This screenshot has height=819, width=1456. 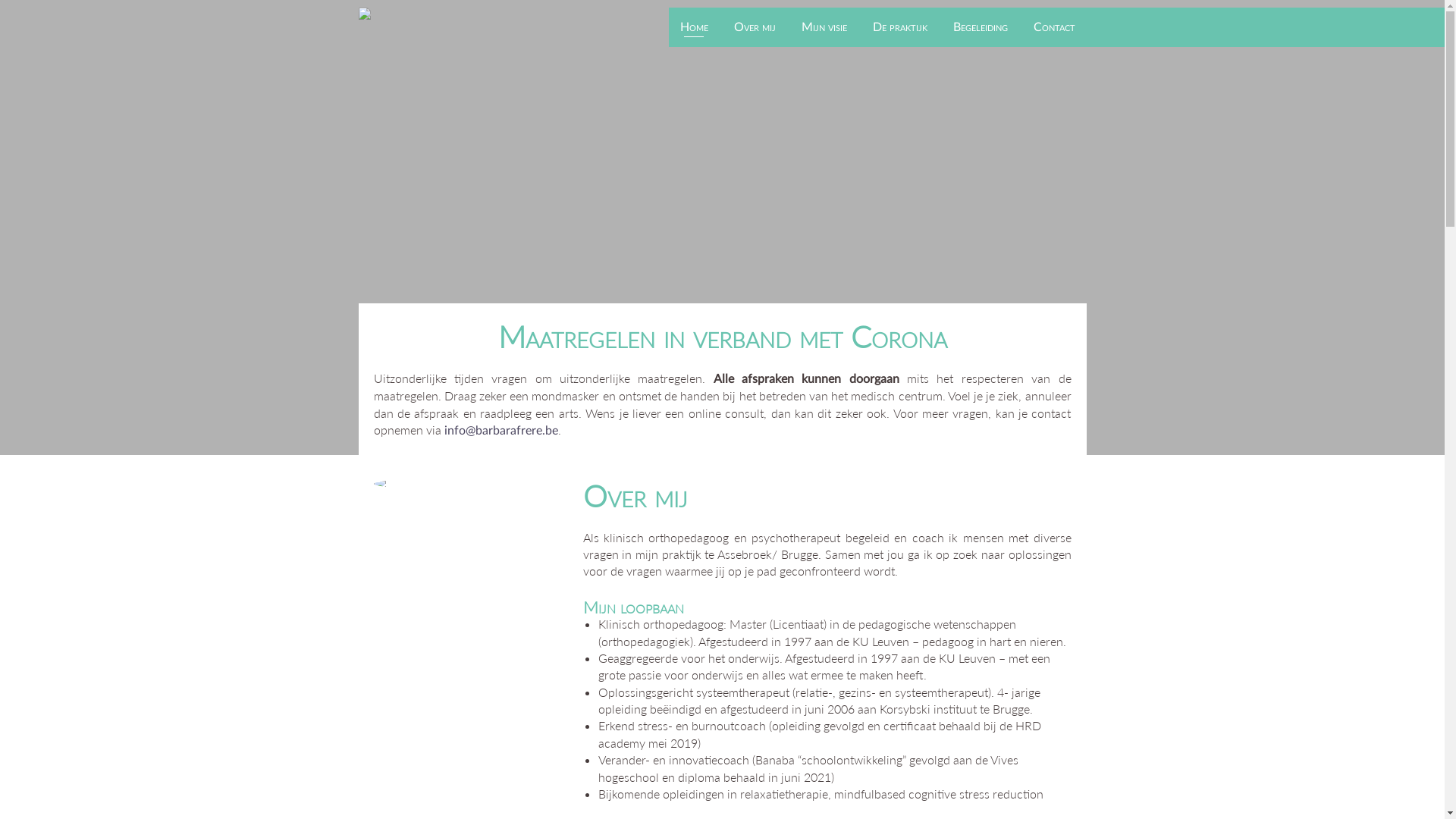 What do you see at coordinates (1022, 27) in the screenshot?
I see `'Contact'` at bounding box center [1022, 27].